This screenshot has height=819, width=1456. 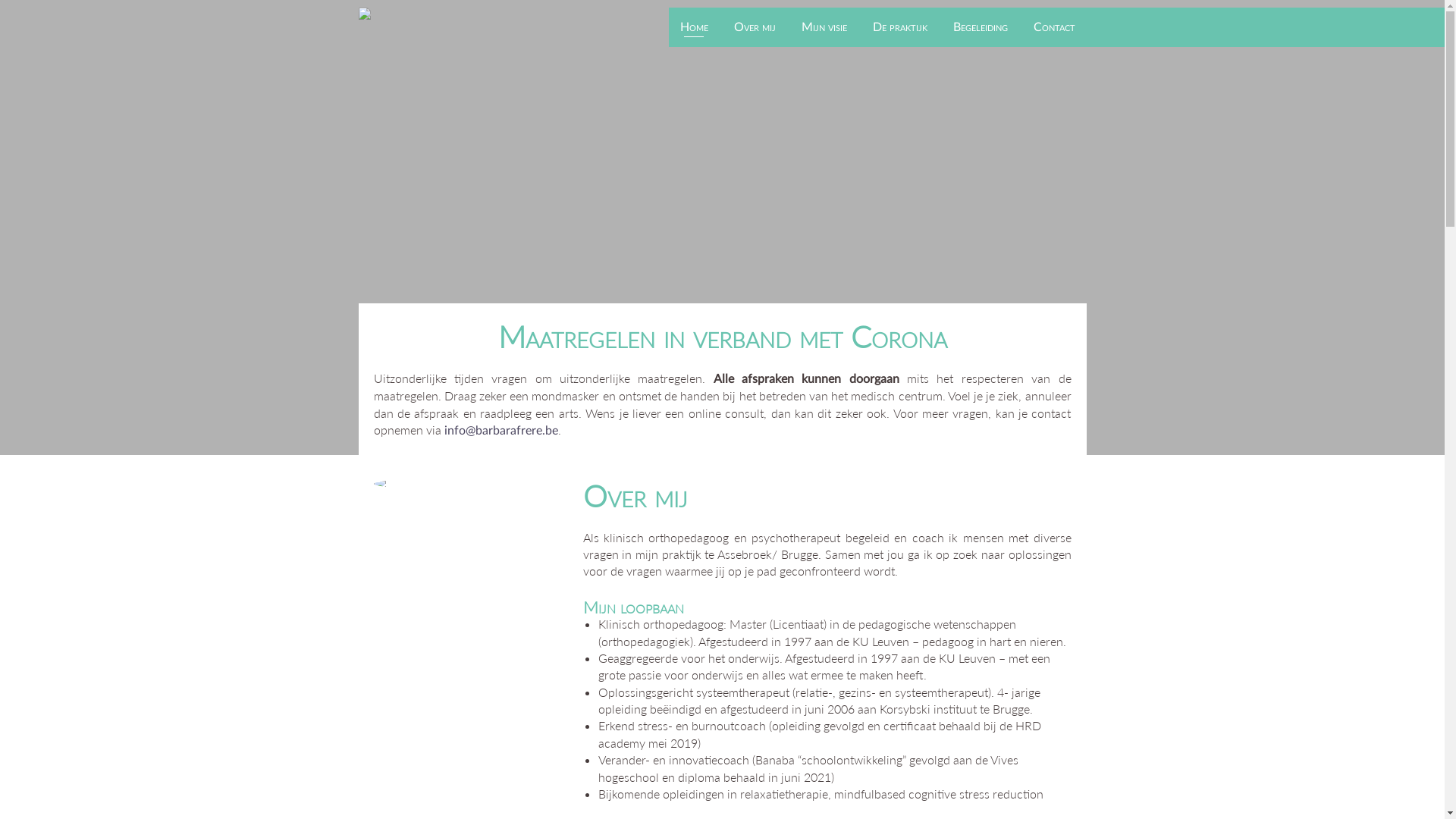 What do you see at coordinates (1022, 27) in the screenshot?
I see `'Contact'` at bounding box center [1022, 27].